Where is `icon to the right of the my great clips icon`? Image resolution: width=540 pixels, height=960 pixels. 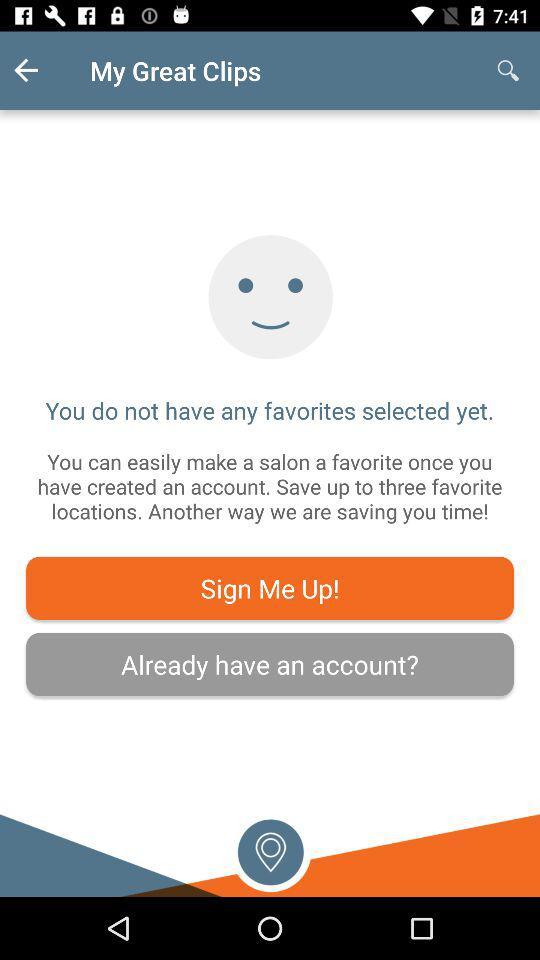 icon to the right of the my great clips icon is located at coordinates (508, 70).